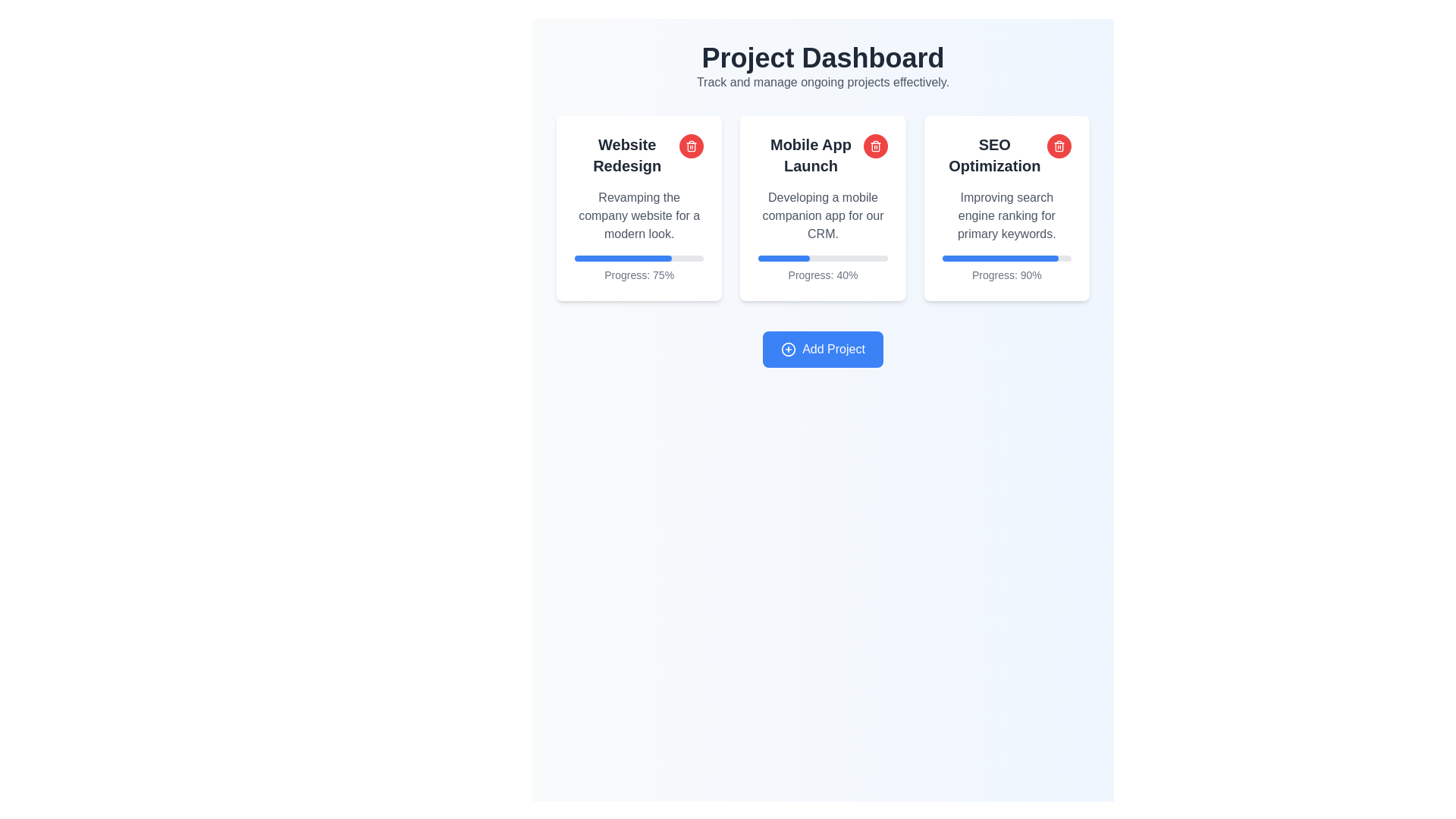 The width and height of the screenshot is (1456, 819). I want to click on the progress fill bar of the 'Mobile App Launch' task that visually displays 40% progress, located above the 'Progress: 40%' label, so click(784, 257).